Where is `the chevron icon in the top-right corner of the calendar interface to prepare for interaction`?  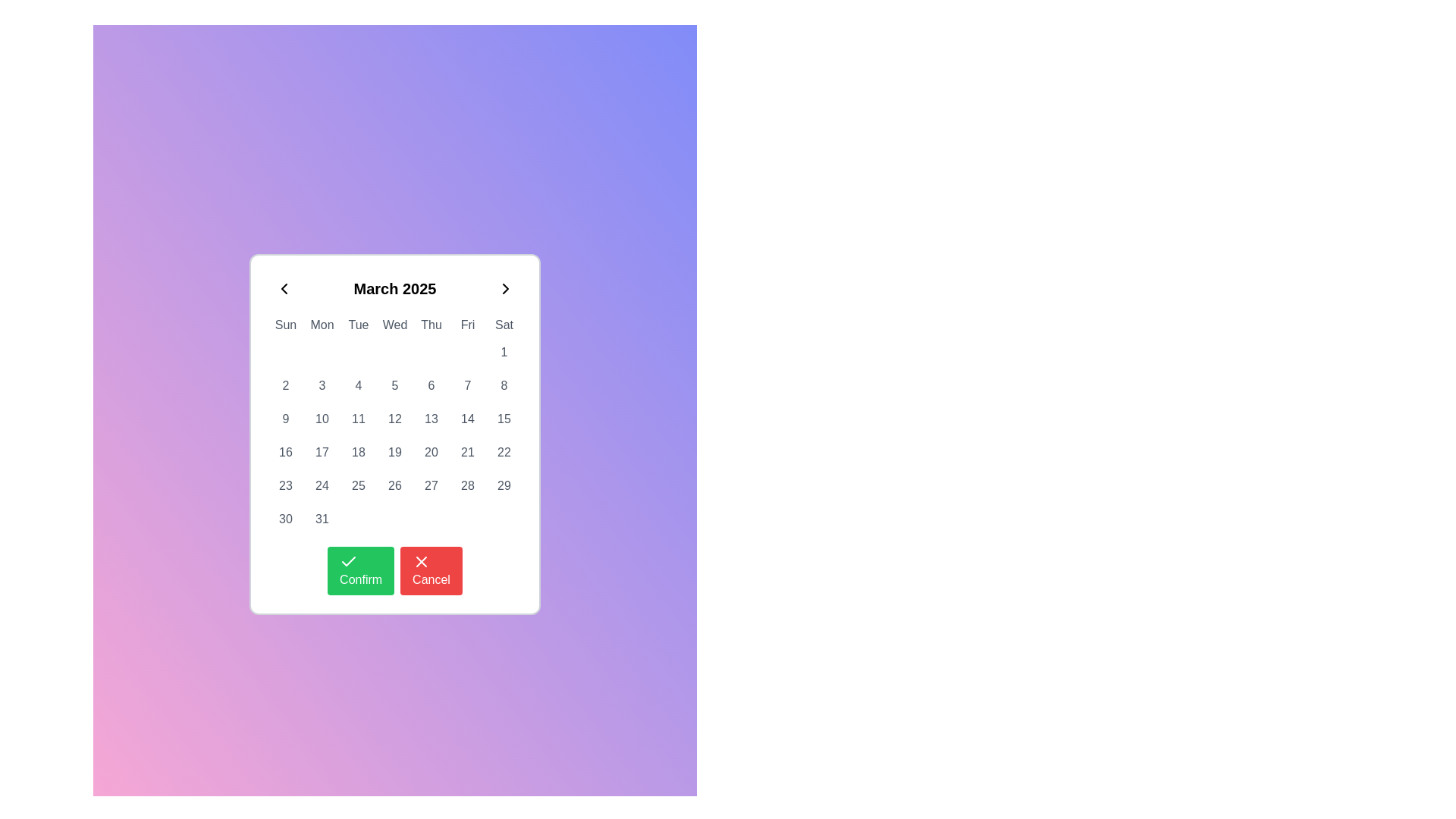
the chevron icon in the top-right corner of the calendar interface to prepare for interaction is located at coordinates (506, 289).